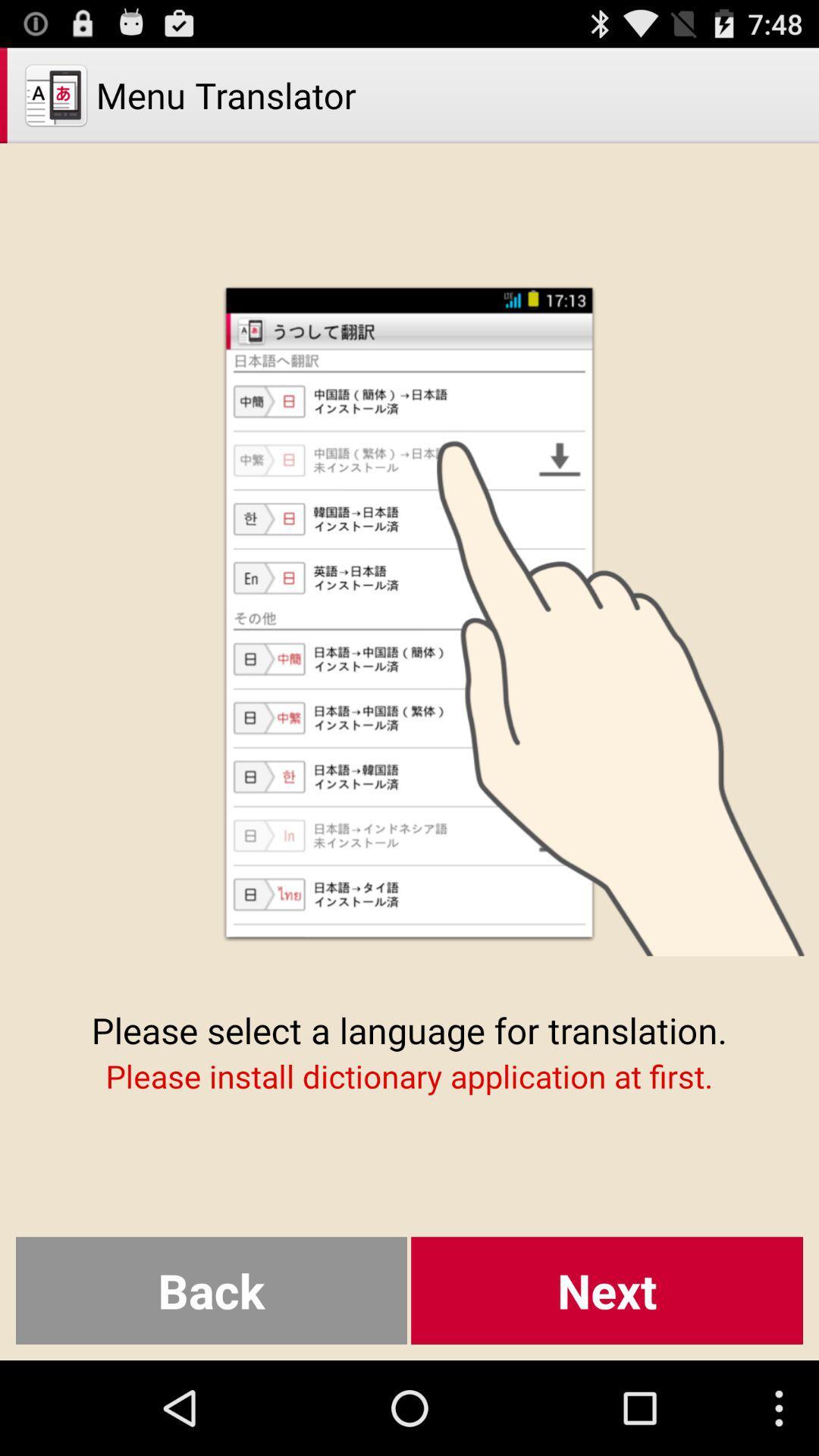 The width and height of the screenshot is (819, 1456). I want to click on back, so click(211, 1290).